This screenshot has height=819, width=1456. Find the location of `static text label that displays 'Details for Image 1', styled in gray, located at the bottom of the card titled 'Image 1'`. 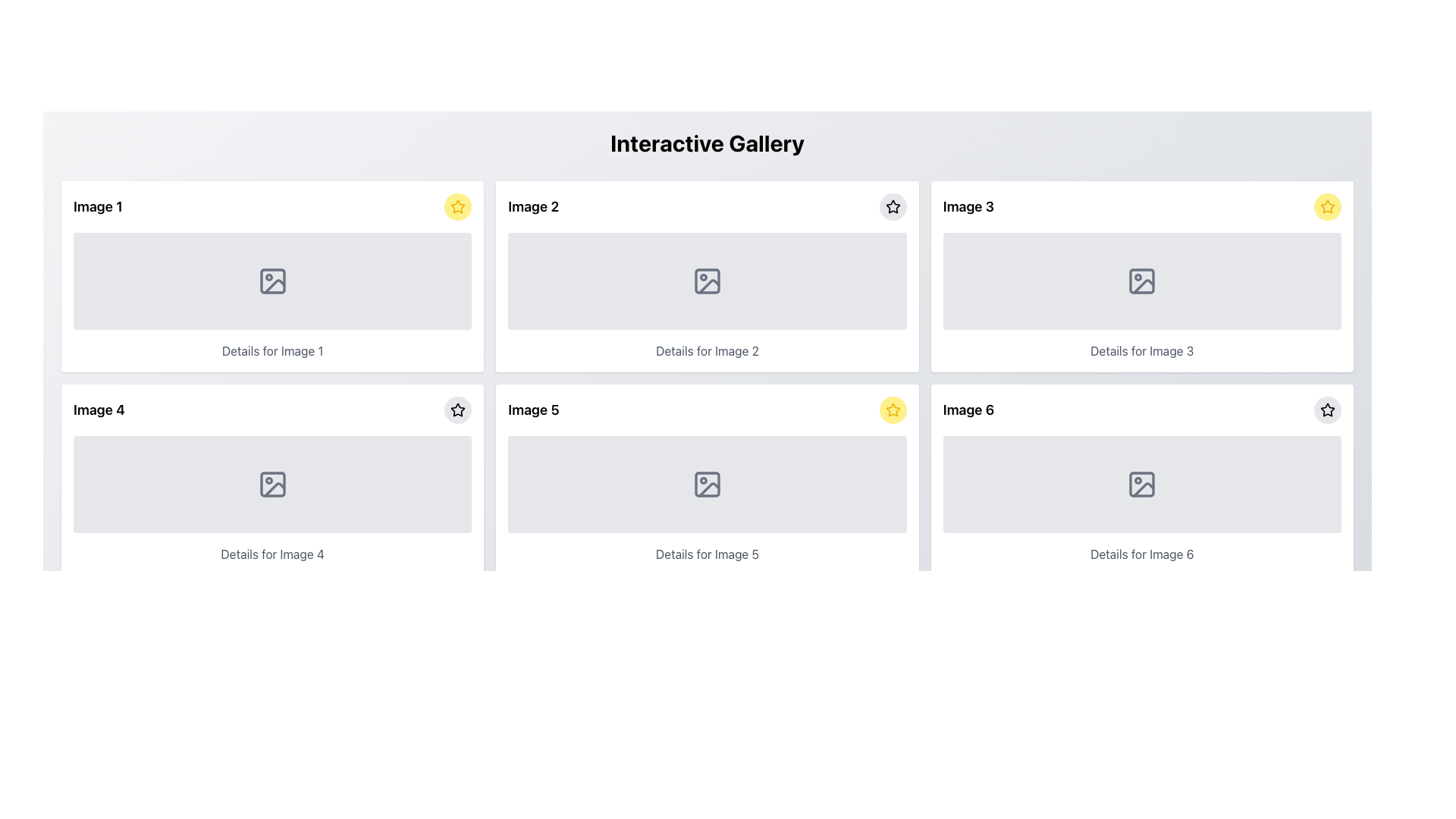

static text label that displays 'Details for Image 1', styled in gray, located at the bottom of the card titled 'Image 1' is located at coordinates (272, 350).